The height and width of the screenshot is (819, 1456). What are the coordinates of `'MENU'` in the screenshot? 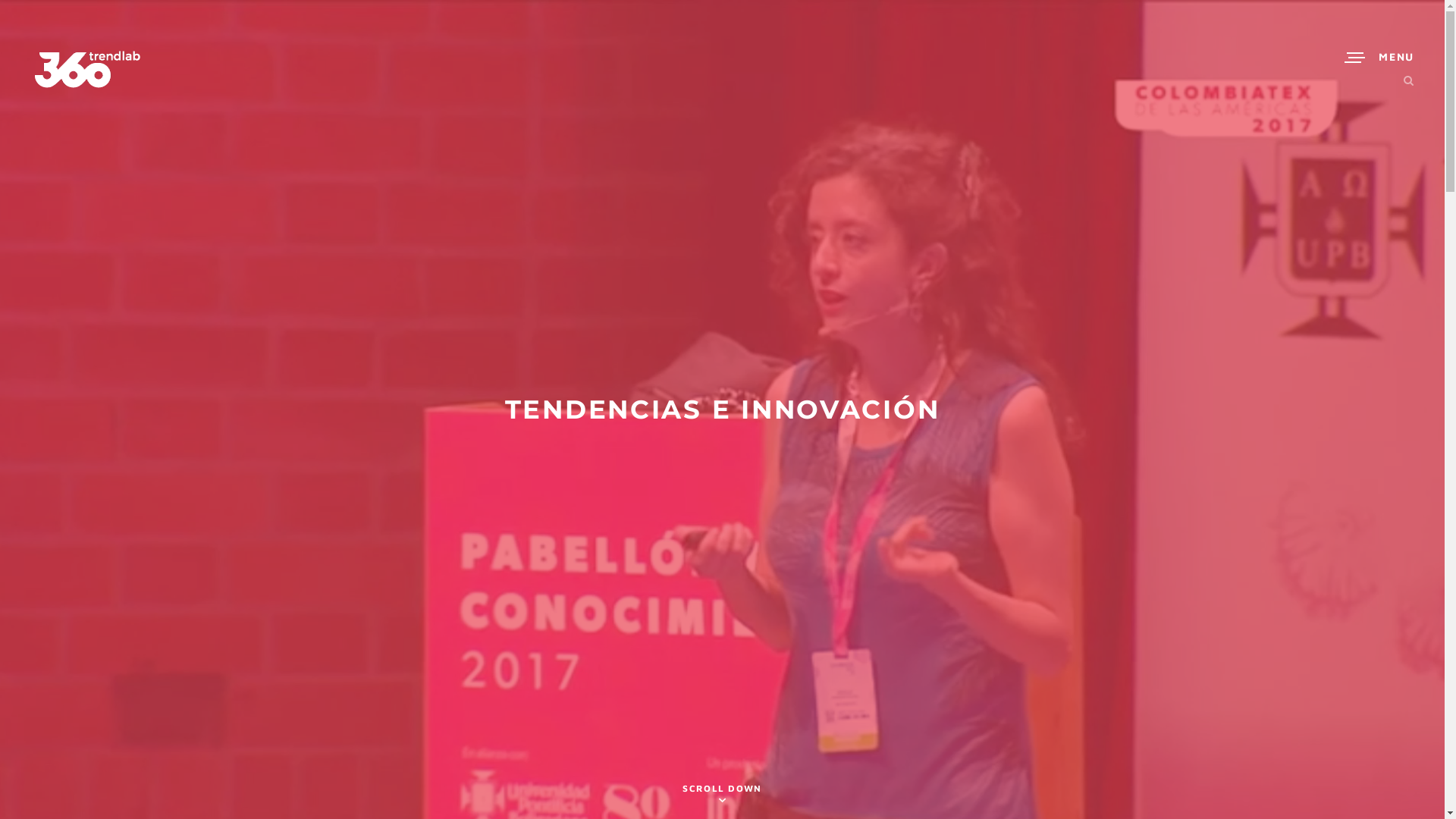 It's located at (1348, 55).